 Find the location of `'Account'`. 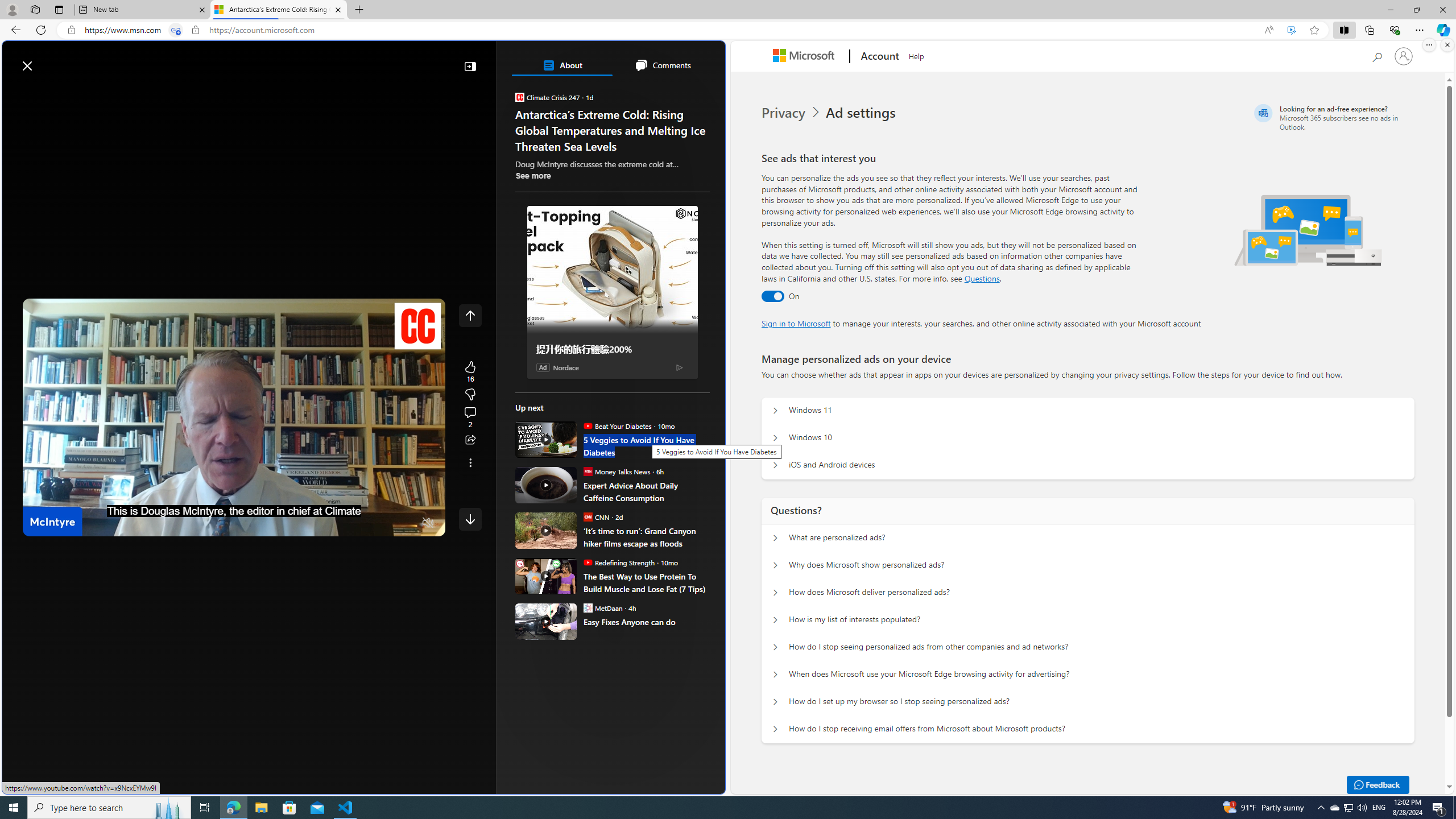

'Account' is located at coordinates (878, 56).